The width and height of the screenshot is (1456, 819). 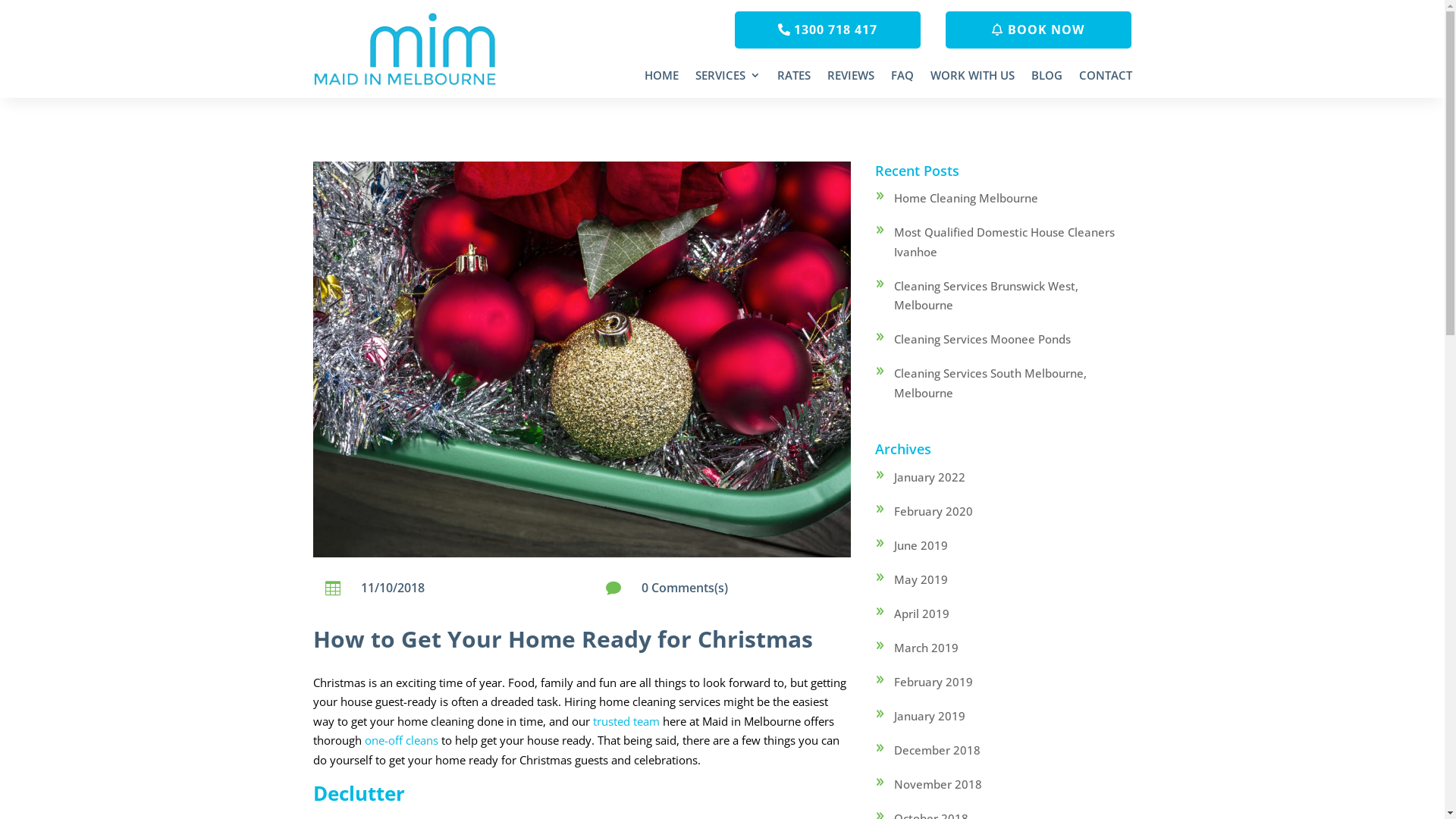 What do you see at coordinates (986, 295) in the screenshot?
I see `'Cleaning Services Brunswick West, Melbourne'` at bounding box center [986, 295].